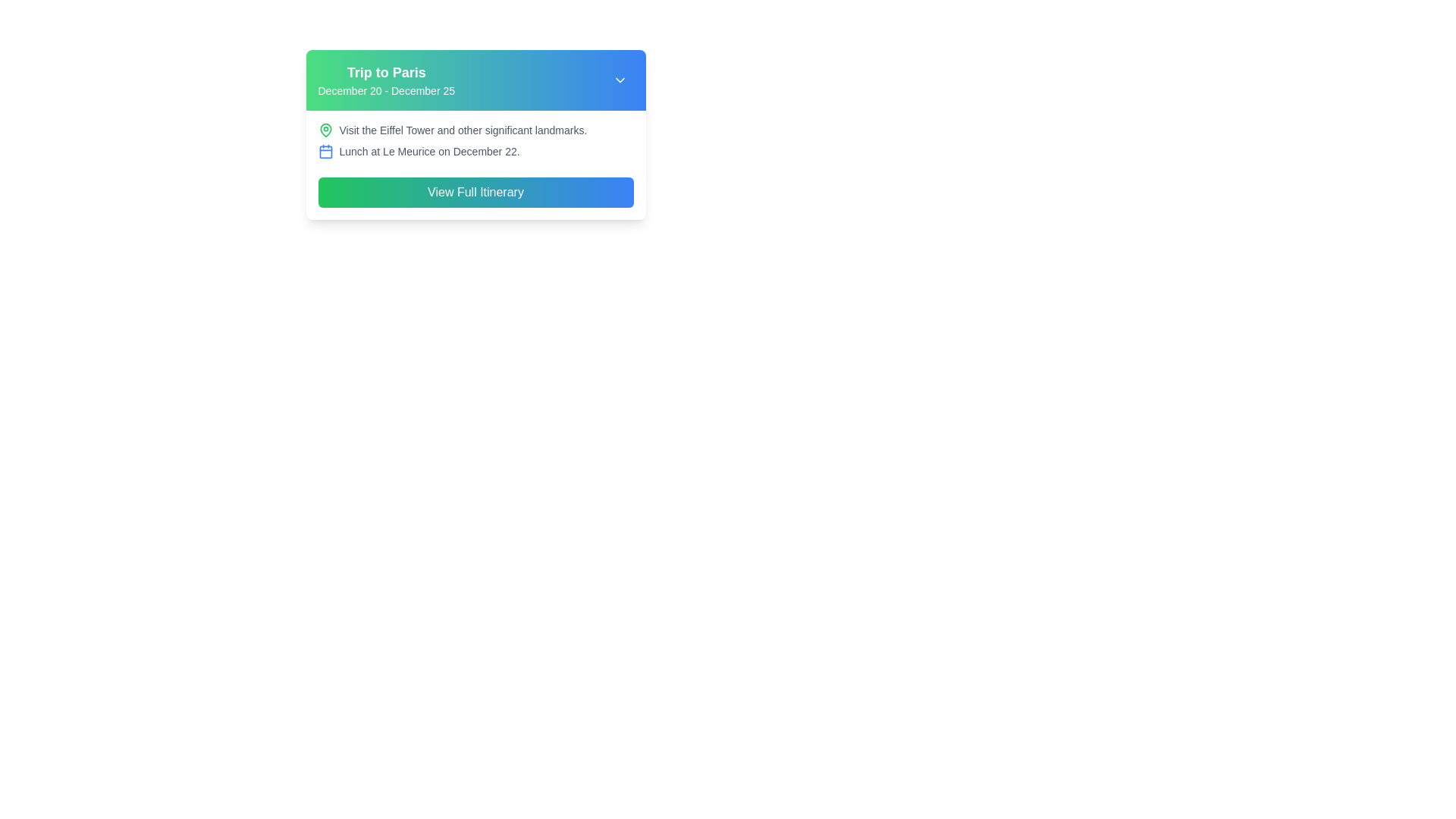 The image size is (1456, 819). What do you see at coordinates (325, 152) in the screenshot?
I see `the blue calendar icon next to the text 'Lunch at Le Meurice on December 22.' in the list of planned activities` at bounding box center [325, 152].